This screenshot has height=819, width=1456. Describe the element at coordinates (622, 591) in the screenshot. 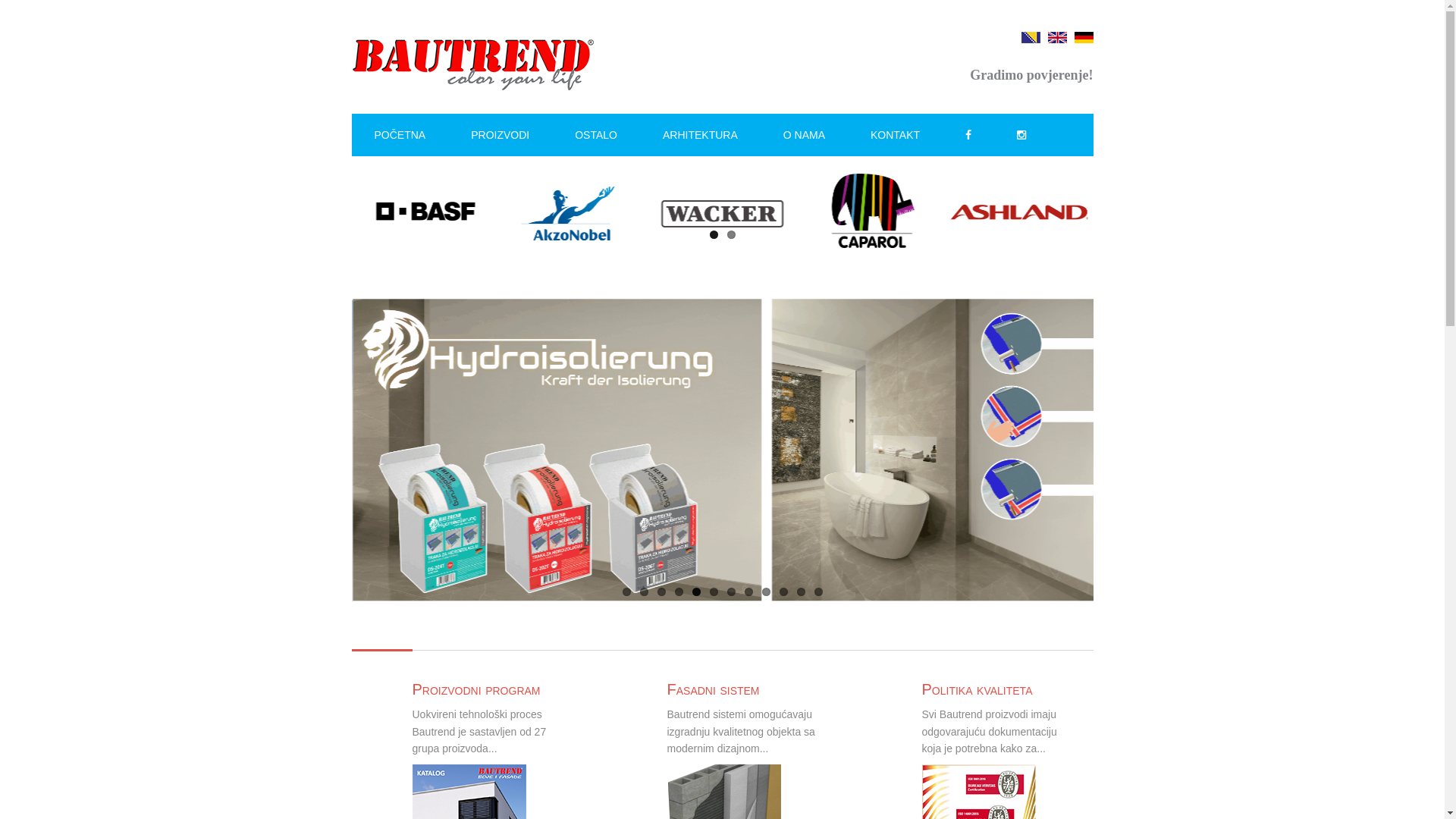

I see `'1'` at that location.